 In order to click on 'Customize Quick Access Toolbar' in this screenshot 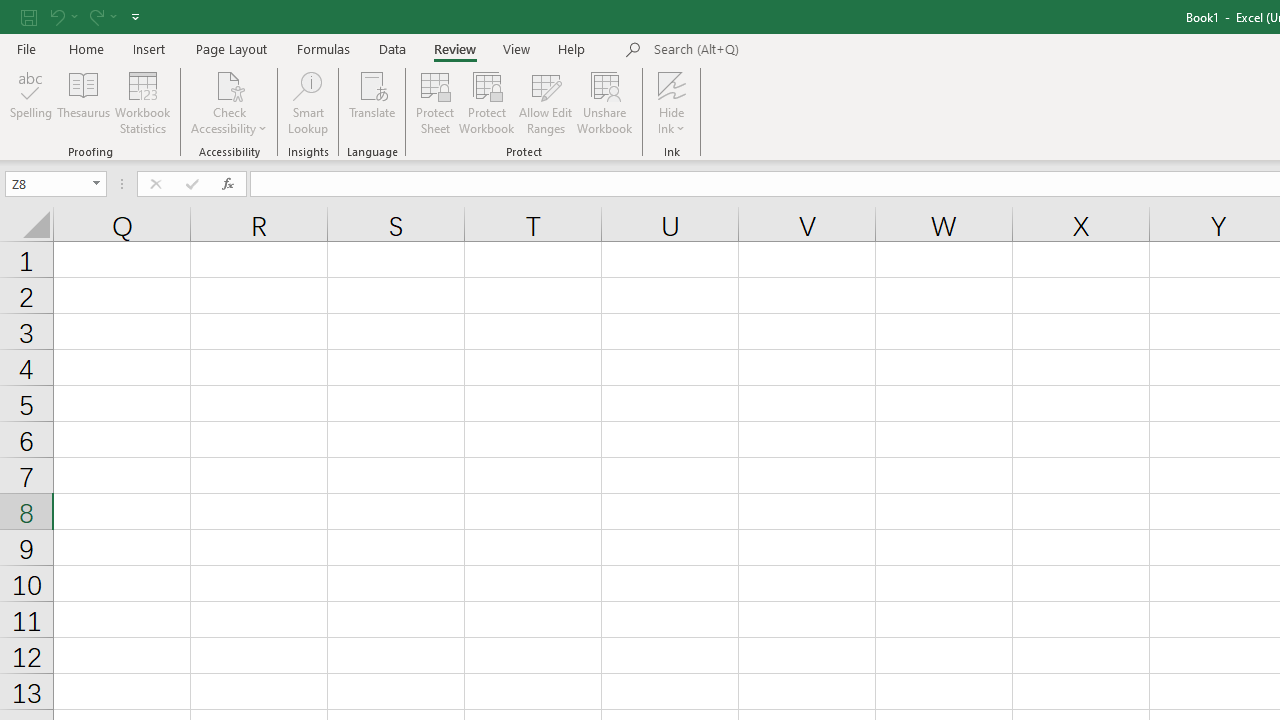, I will do `click(134, 16)`.